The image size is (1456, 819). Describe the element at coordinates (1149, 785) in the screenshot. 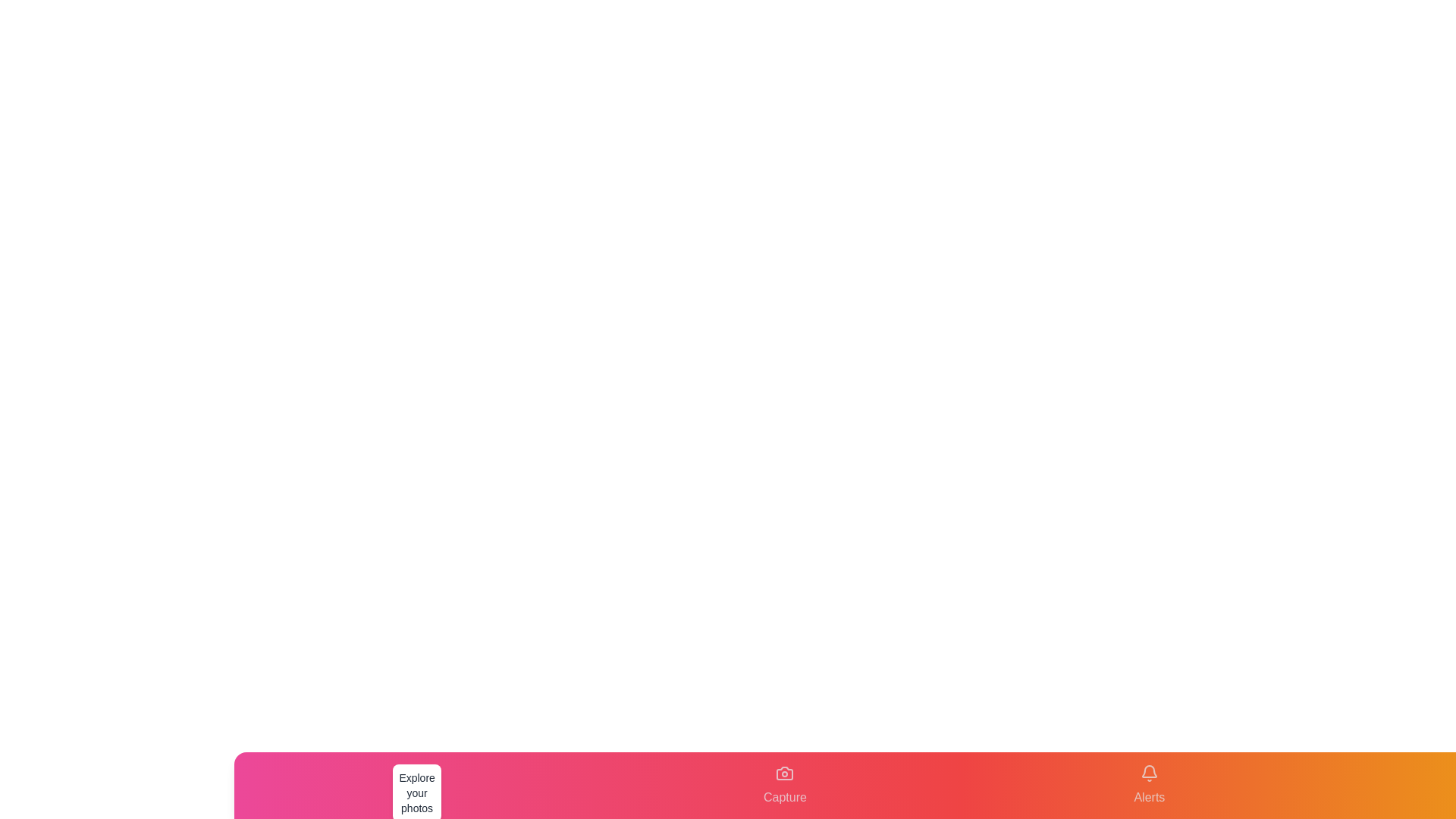

I see `the tab labeled Alerts` at that location.